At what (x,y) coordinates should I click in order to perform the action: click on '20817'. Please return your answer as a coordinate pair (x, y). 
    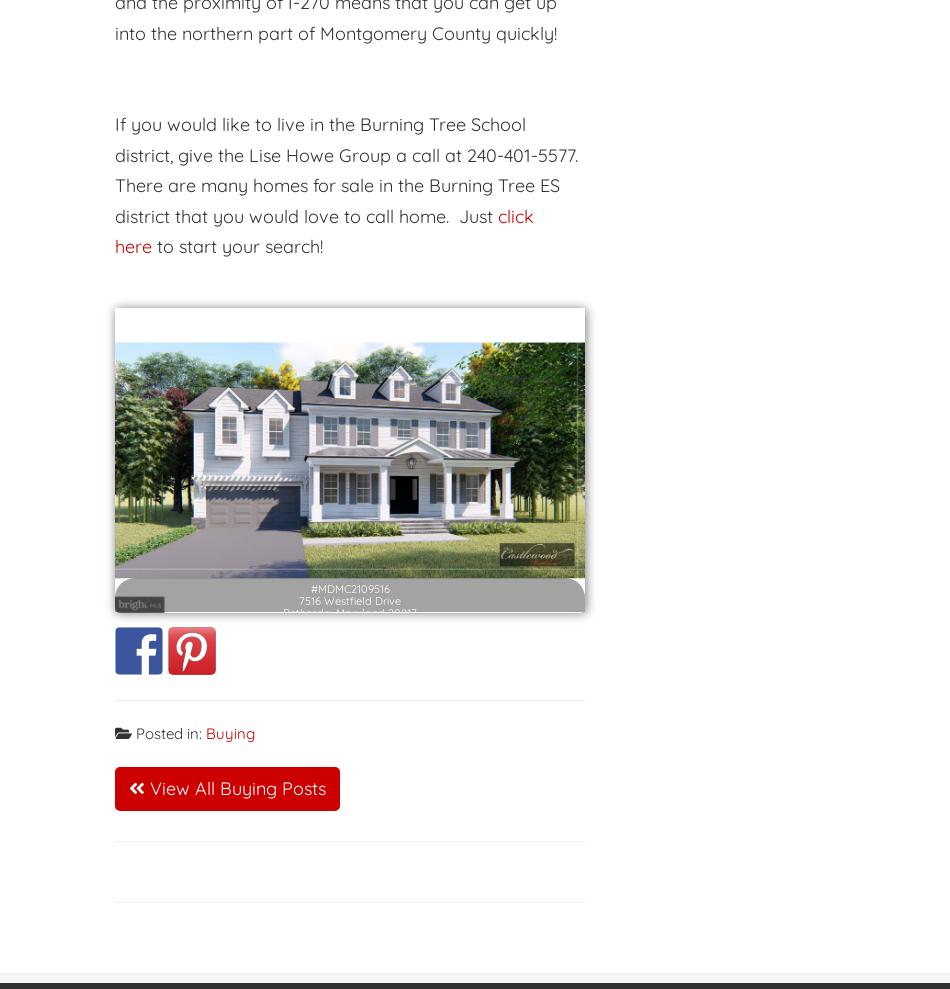
    Looking at the image, I should click on (401, 597).